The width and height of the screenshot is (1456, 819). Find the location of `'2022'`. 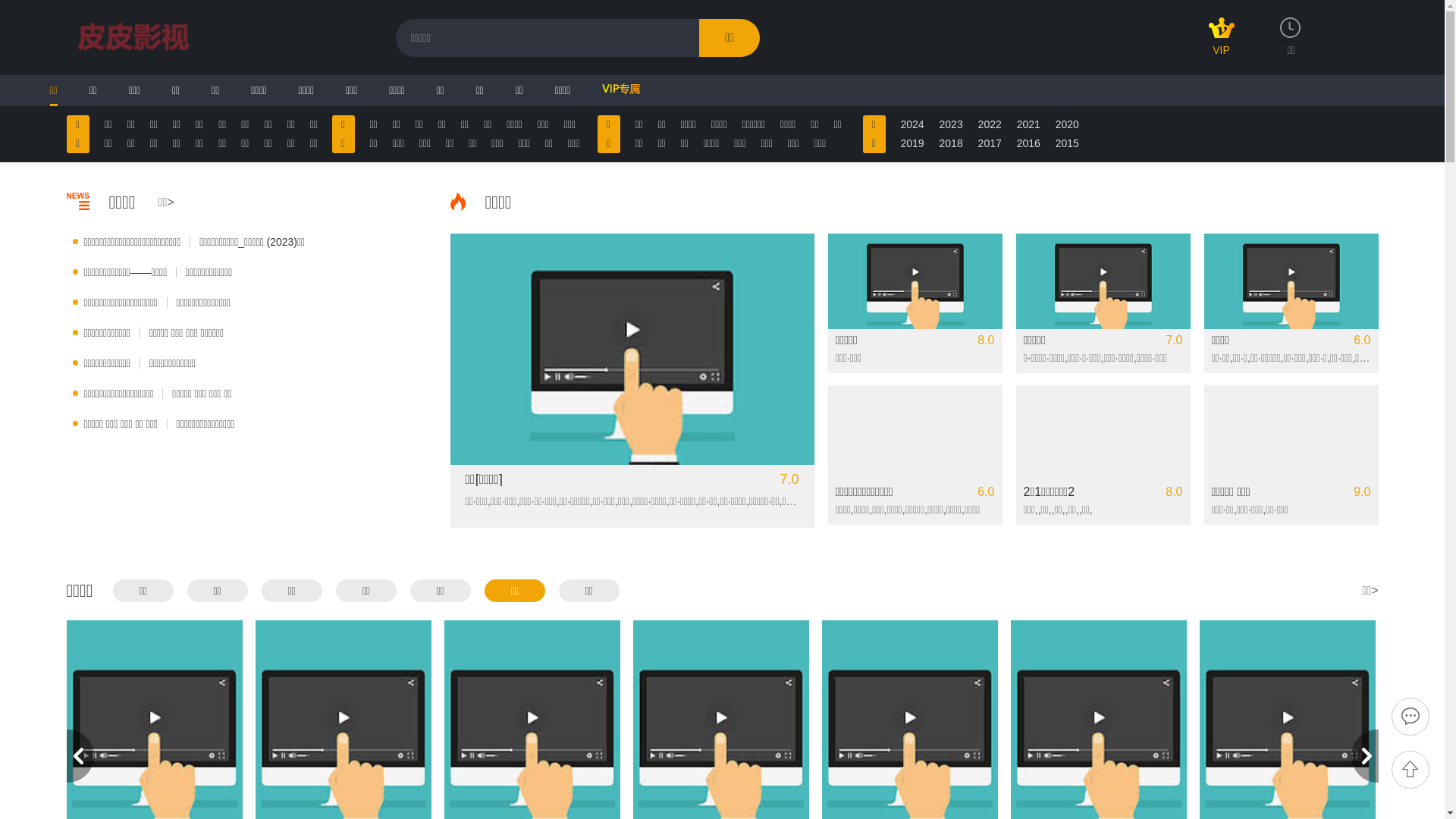

'2022' is located at coordinates (978, 124).